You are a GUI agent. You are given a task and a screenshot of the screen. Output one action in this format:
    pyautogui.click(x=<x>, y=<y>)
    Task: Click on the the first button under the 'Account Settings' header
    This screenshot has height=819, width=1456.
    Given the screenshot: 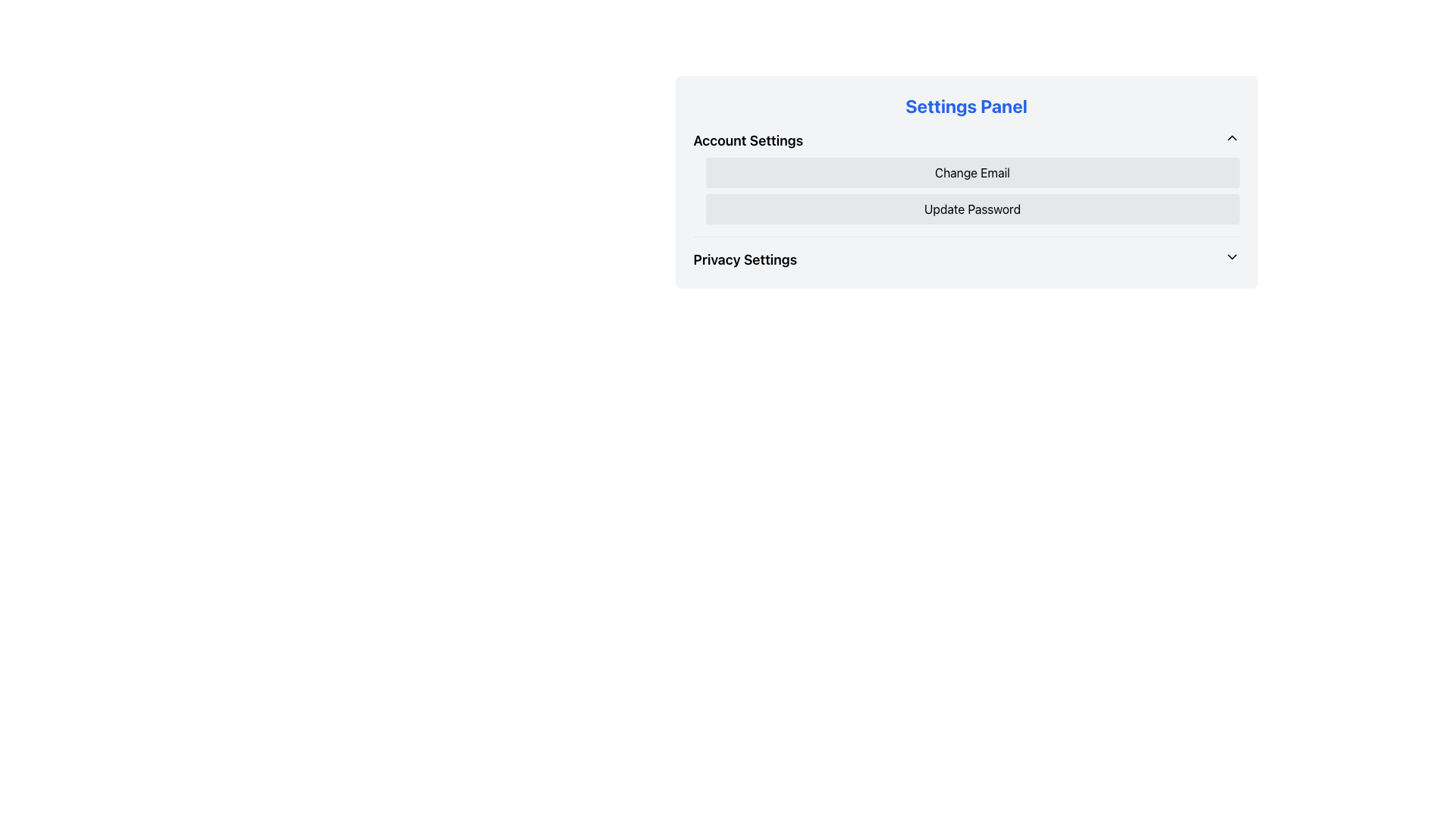 What is the action you would take?
    pyautogui.click(x=972, y=171)
    